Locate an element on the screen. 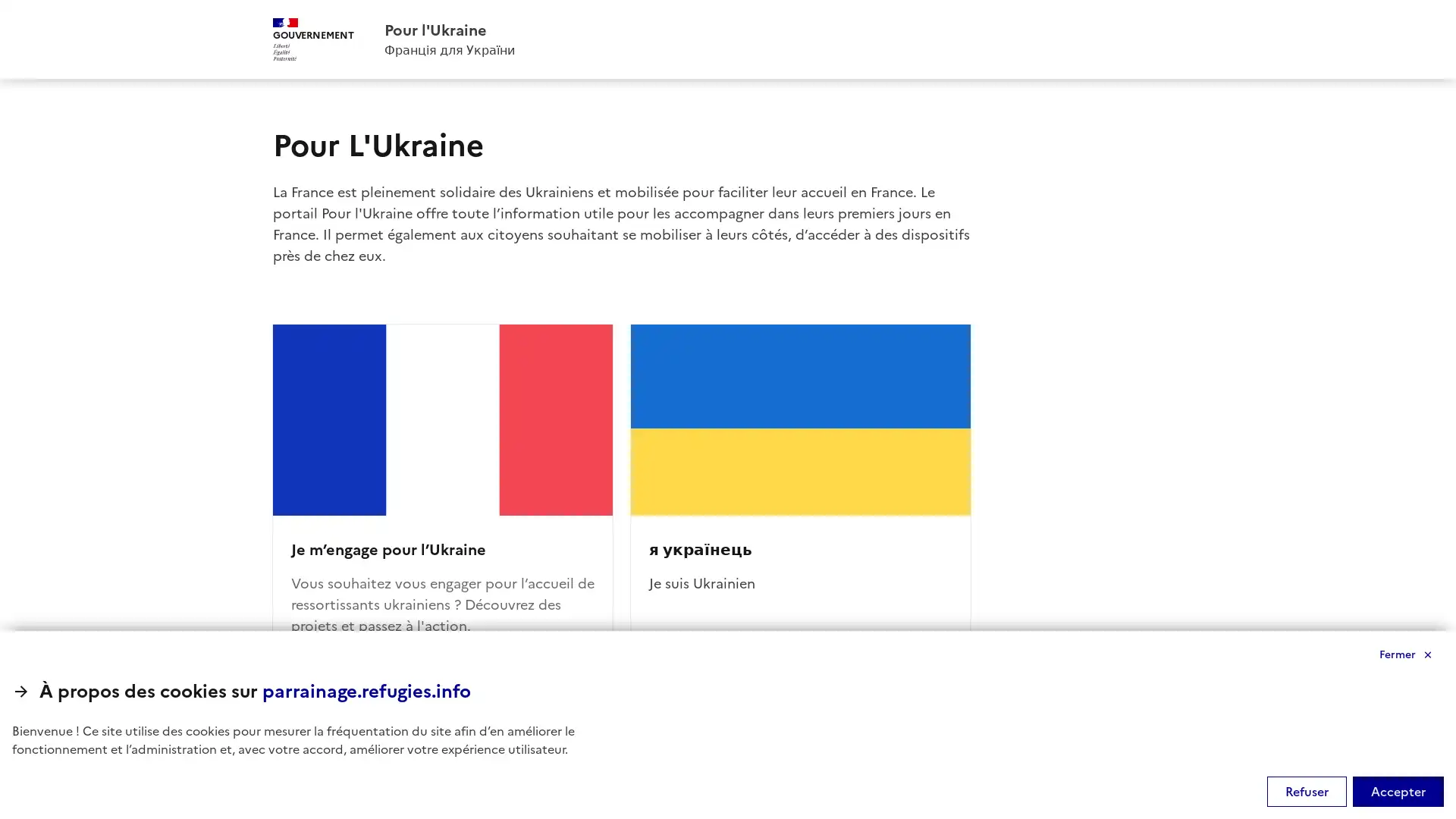 This screenshot has width=1456, height=819. Fermer is located at coordinates (1404, 654).